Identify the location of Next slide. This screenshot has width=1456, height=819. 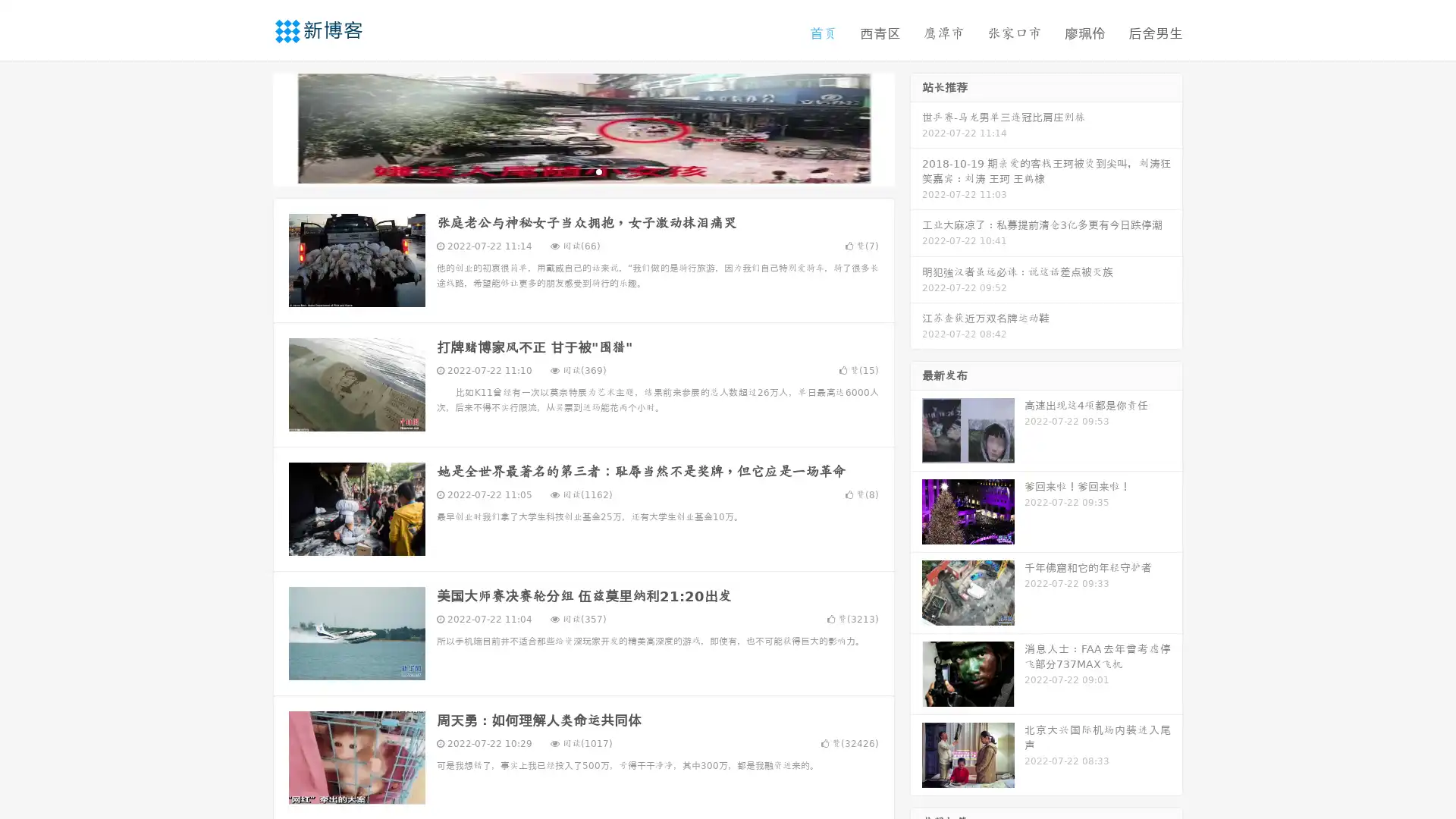
(916, 127).